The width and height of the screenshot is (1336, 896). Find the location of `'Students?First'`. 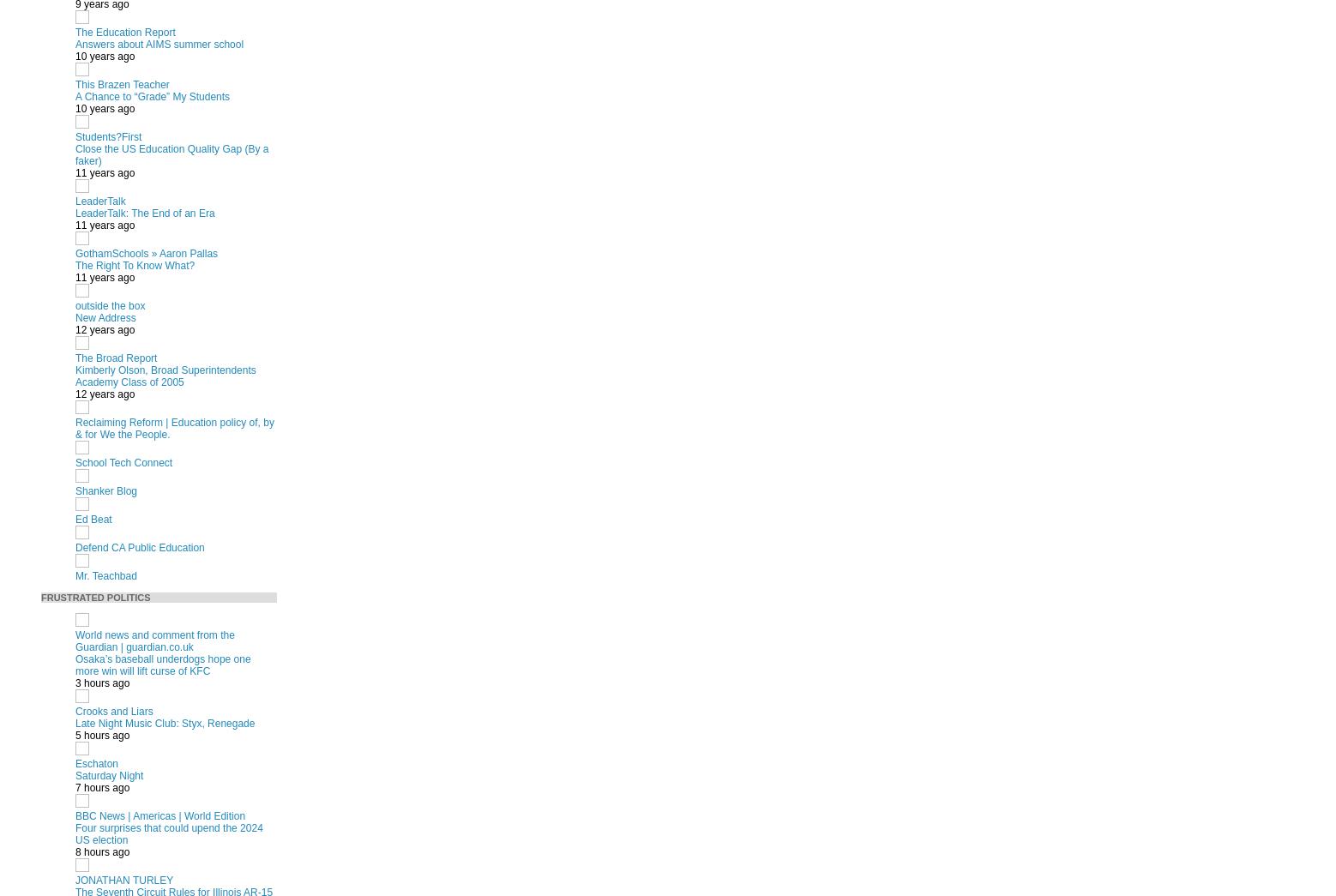

'Students?First' is located at coordinates (107, 135).